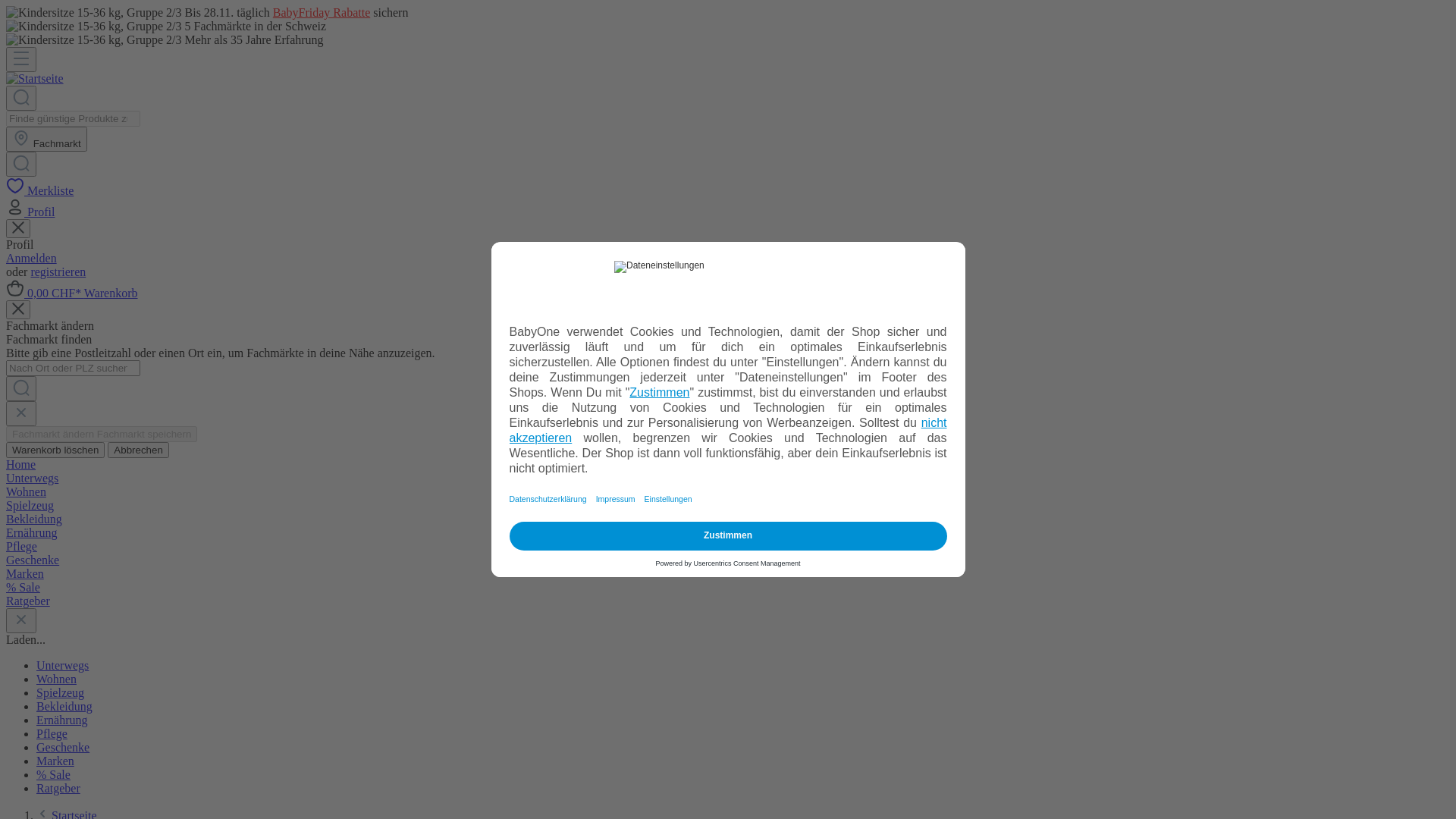  I want to click on 'Pflege', so click(52, 733).